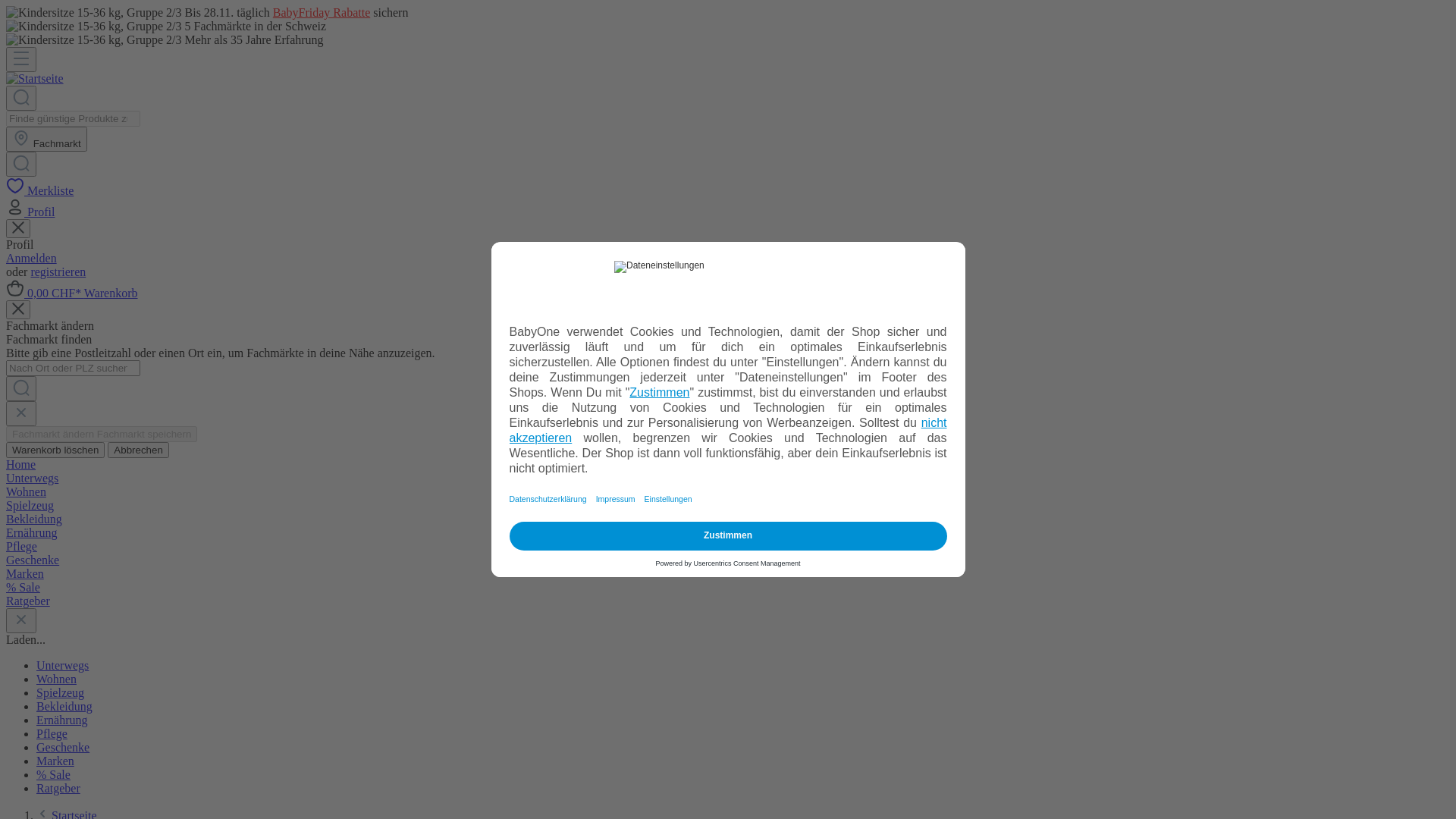  I want to click on 'Pflege', so click(52, 733).